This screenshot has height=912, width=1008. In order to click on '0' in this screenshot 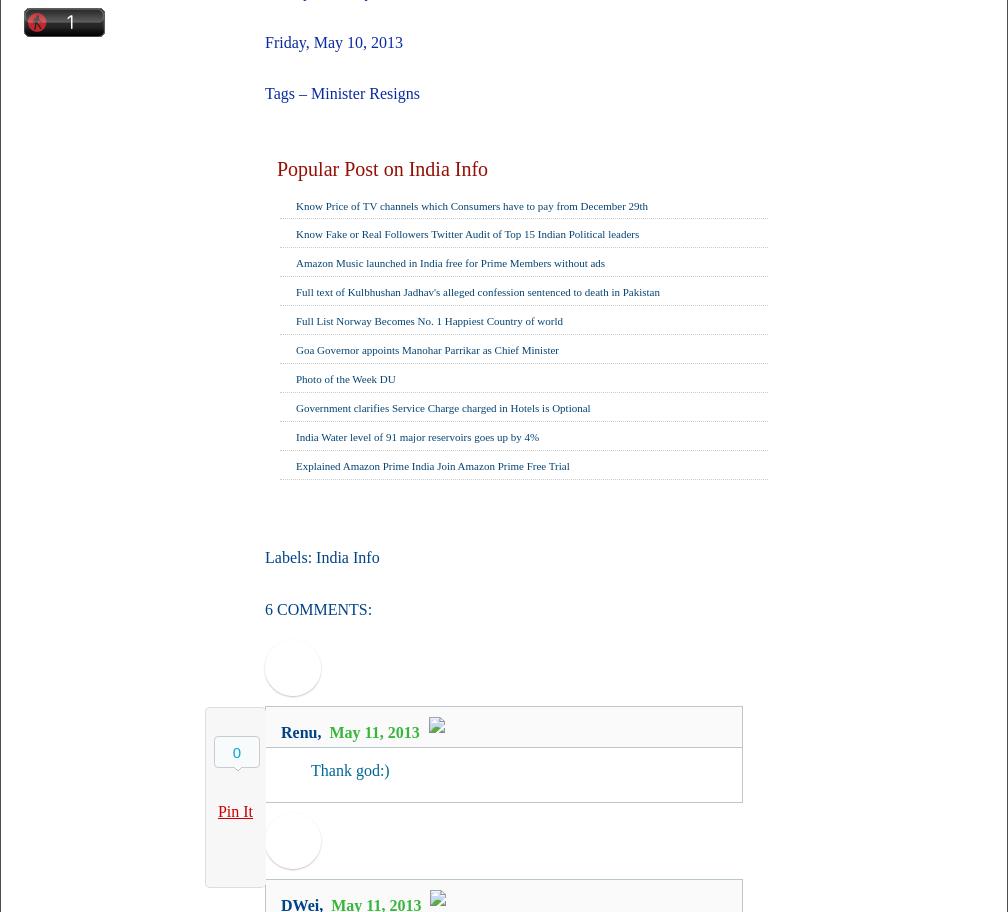, I will do `click(232, 751)`.